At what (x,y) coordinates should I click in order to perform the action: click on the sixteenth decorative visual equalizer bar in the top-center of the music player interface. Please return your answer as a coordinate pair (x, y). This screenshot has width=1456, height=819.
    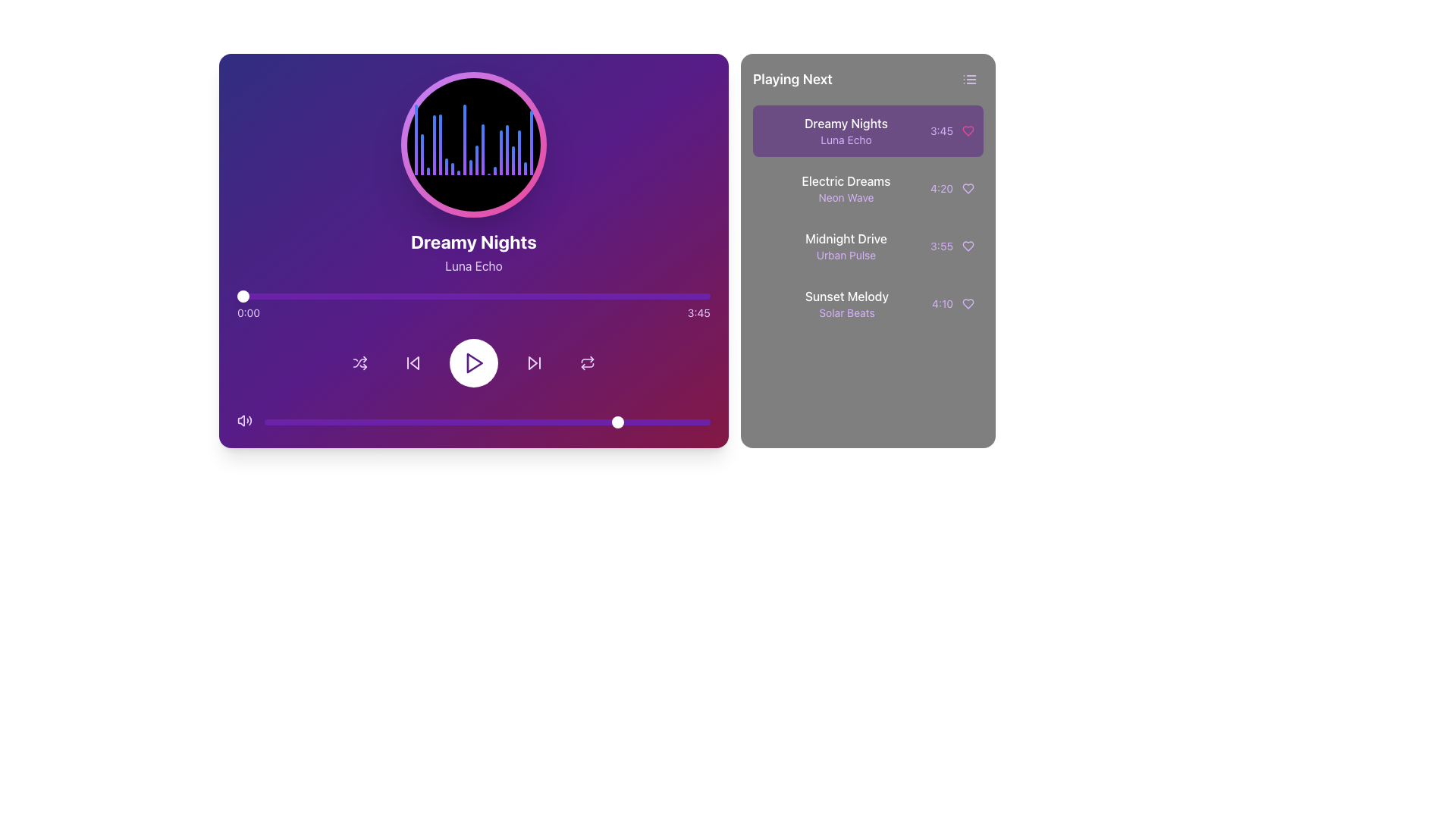
    Looking at the image, I should click on (500, 152).